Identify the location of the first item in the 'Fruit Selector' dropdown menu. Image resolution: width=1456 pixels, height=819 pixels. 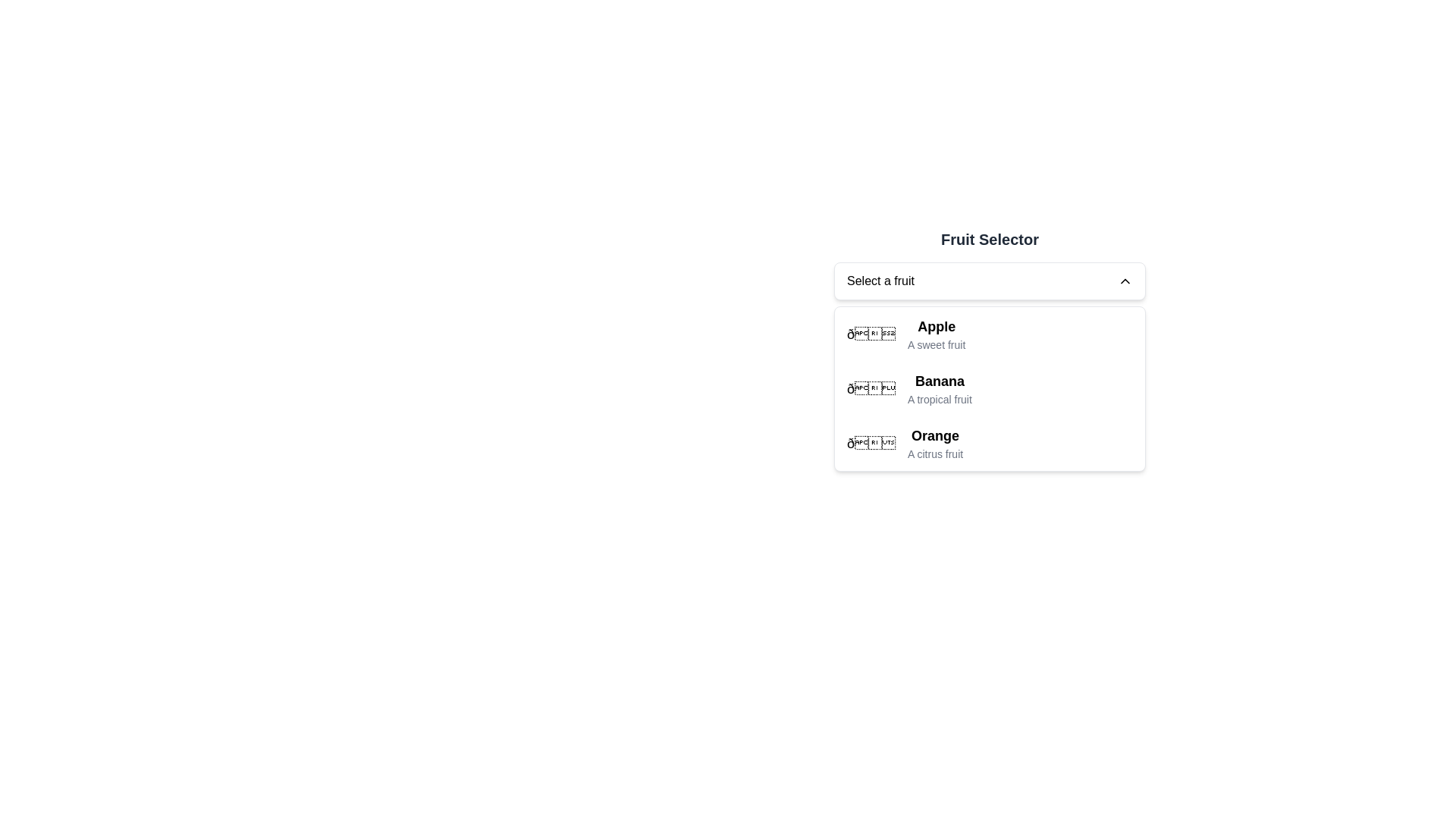
(936, 333).